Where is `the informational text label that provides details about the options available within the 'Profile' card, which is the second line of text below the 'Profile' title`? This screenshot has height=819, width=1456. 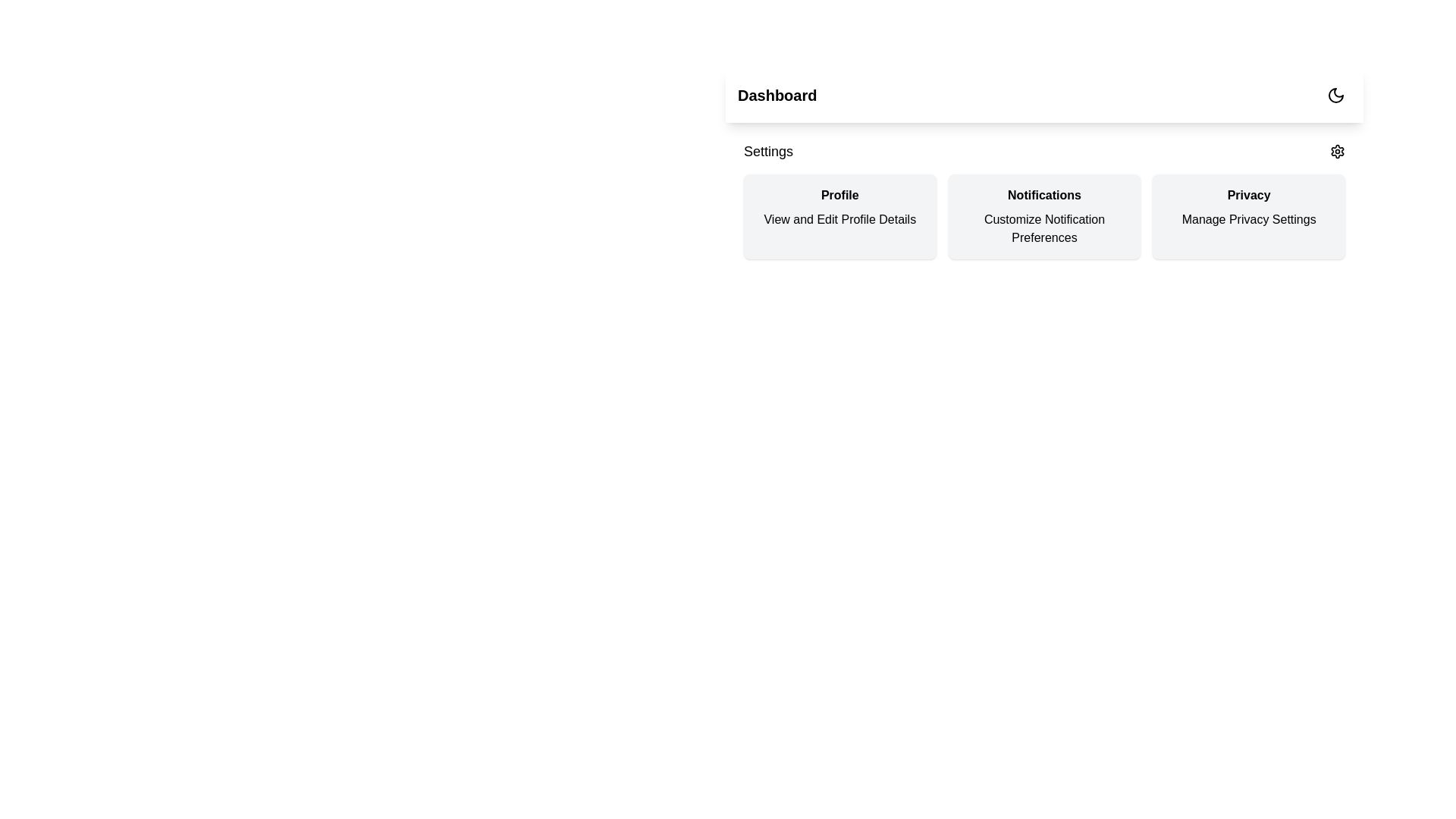
the informational text label that provides details about the options available within the 'Profile' card, which is the second line of text below the 'Profile' title is located at coordinates (839, 219).